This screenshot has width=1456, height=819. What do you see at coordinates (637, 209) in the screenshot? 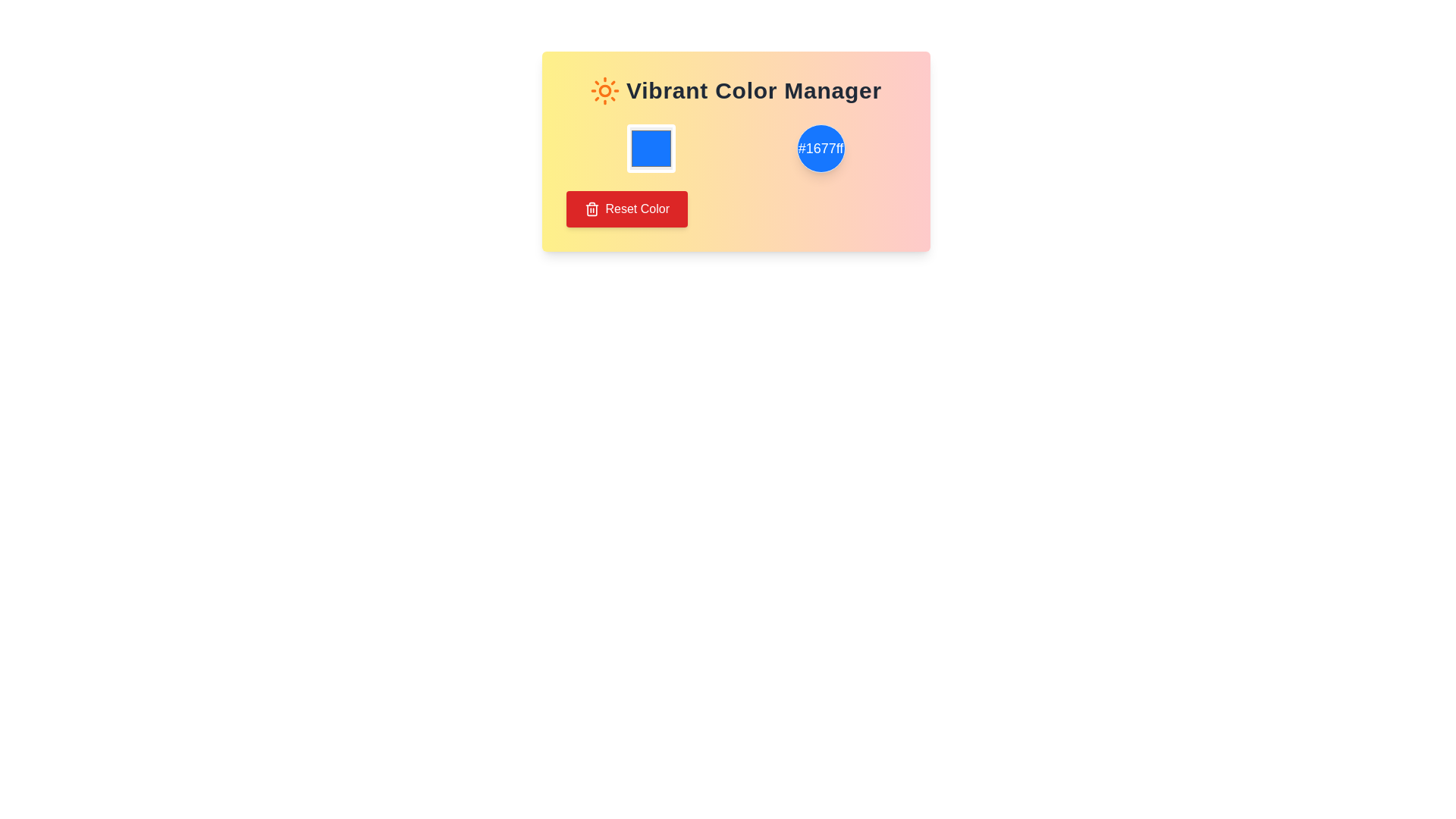
I see `the 'Reset Color' text label which is displayed in white over a vivid red background, located within a button at the bottom-left area of a card in the interface` at bounding box center [637, 209].